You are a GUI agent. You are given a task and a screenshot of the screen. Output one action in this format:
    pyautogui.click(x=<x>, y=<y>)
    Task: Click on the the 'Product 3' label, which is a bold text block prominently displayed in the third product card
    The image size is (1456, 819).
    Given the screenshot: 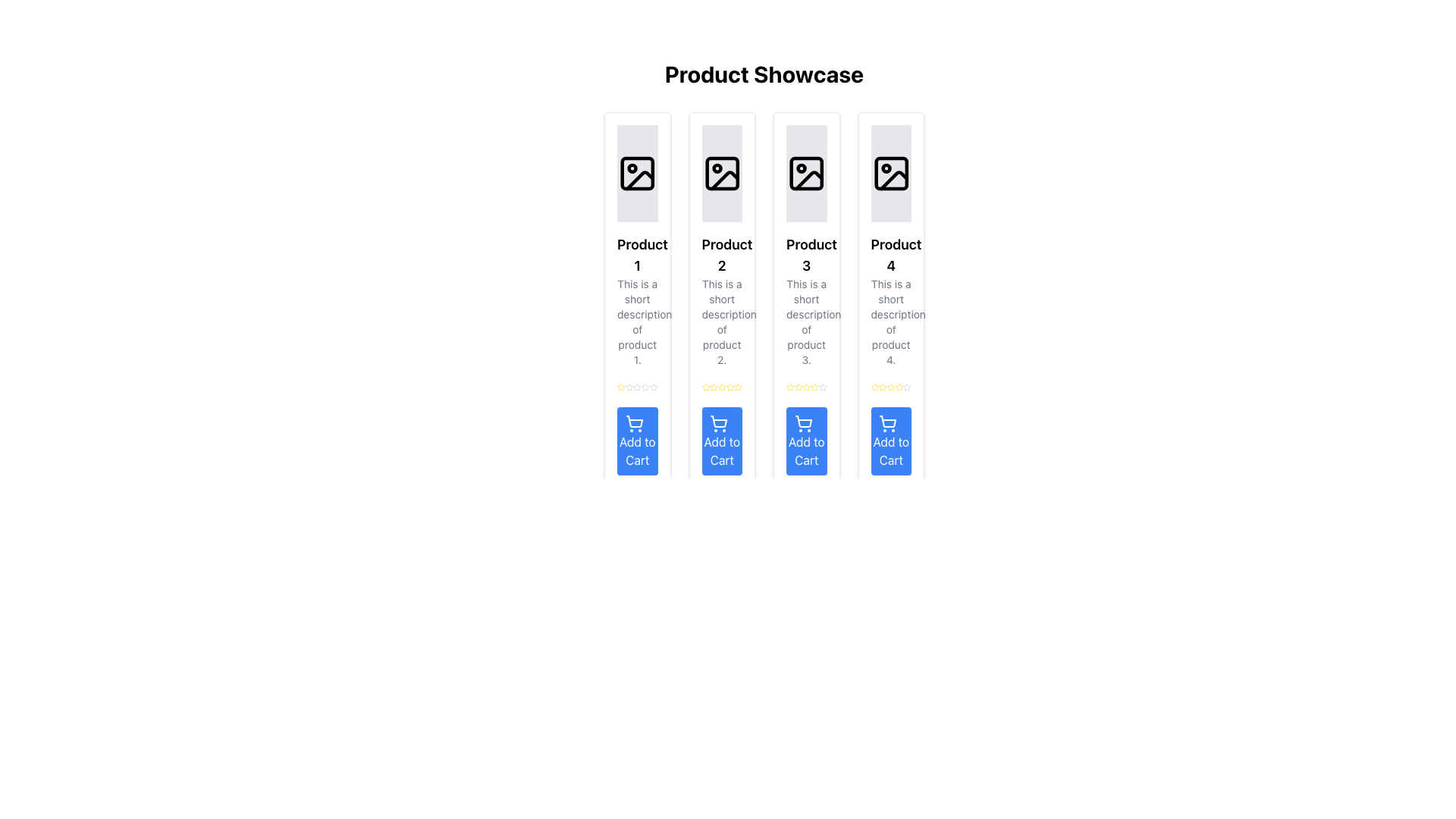 What is the action you would take?
    pyautogui.click(x=805, y=254)
    